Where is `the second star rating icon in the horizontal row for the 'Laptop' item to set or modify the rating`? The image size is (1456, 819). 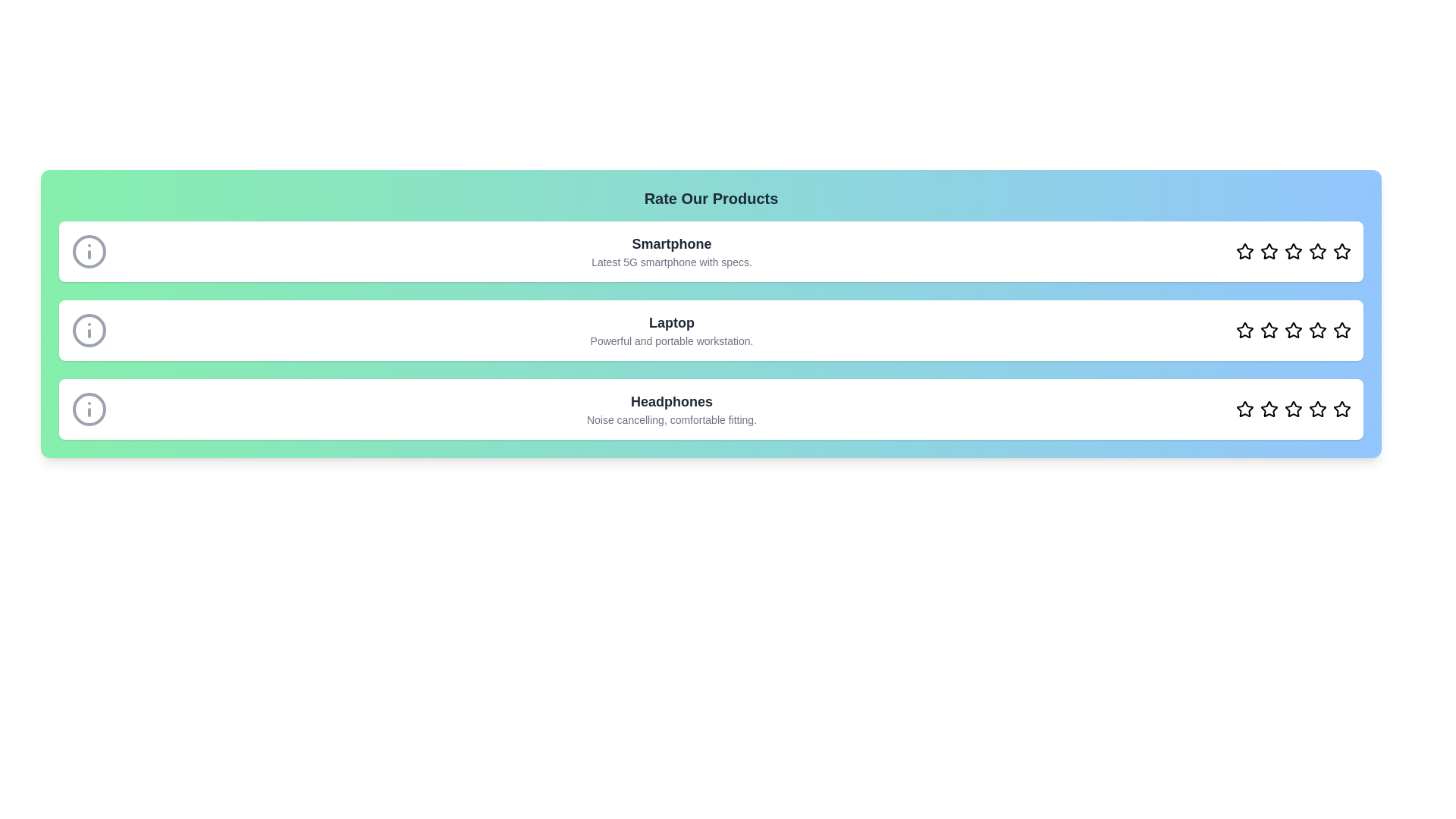 the second star rating icon in the horizontal row for the 'Laptop' item to set or modify the rating is located at coordinates (1269, 329).